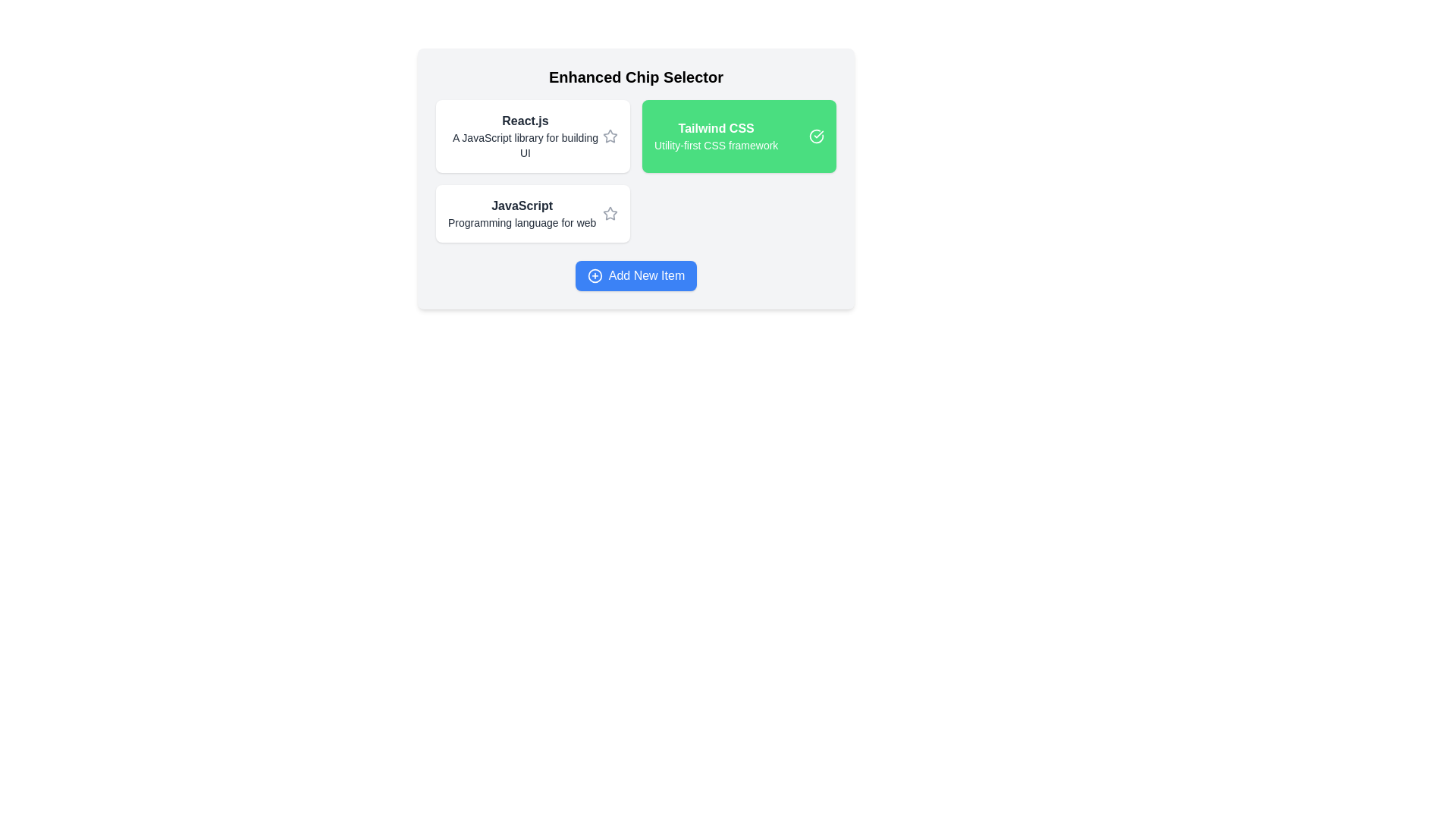  Describe the element at coordinates (715, 146) in the screenshot. I see `the static text label that provides descriptive information about the 'Tailwind CSS' chip, located below the 'Tailwind CSS' text inside a green rectangular box in the top-right corner of the chip group` at that location.